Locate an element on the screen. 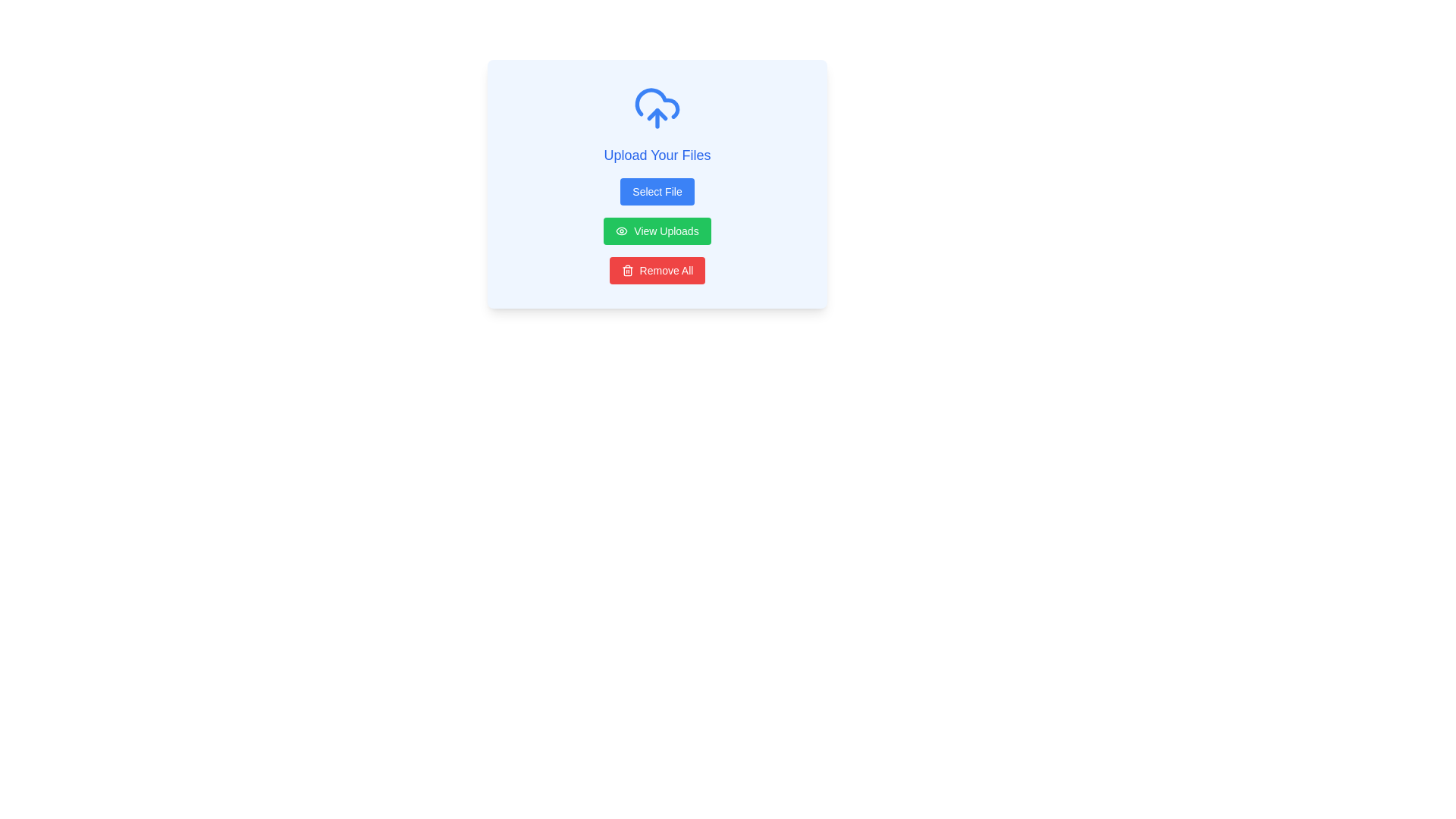  the eye-shaped decorative icon on the left side of the 'View Uploads' button in the centered modal is located at coordinates (622, 231).